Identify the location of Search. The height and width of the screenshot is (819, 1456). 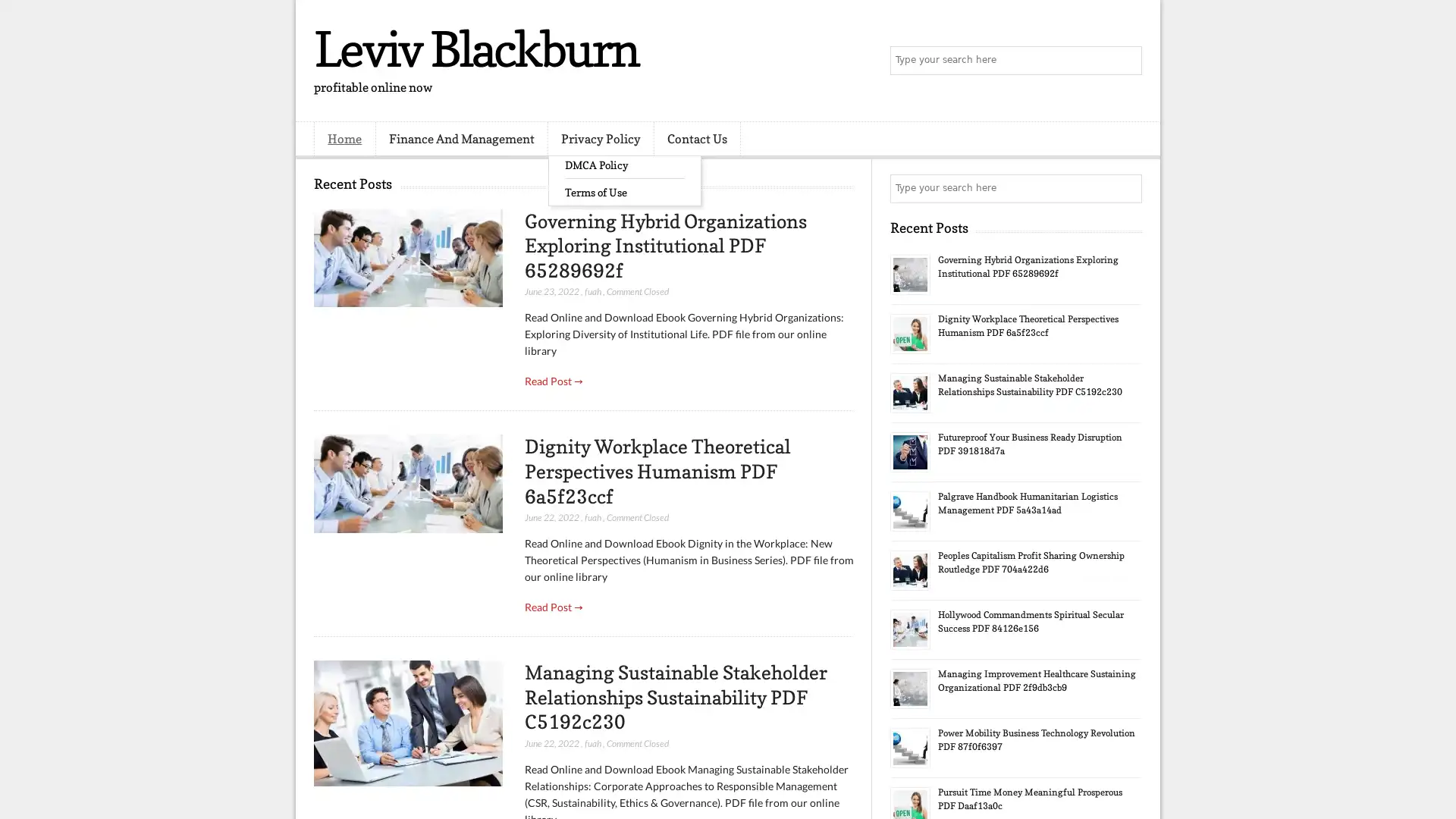
(1126, 61).